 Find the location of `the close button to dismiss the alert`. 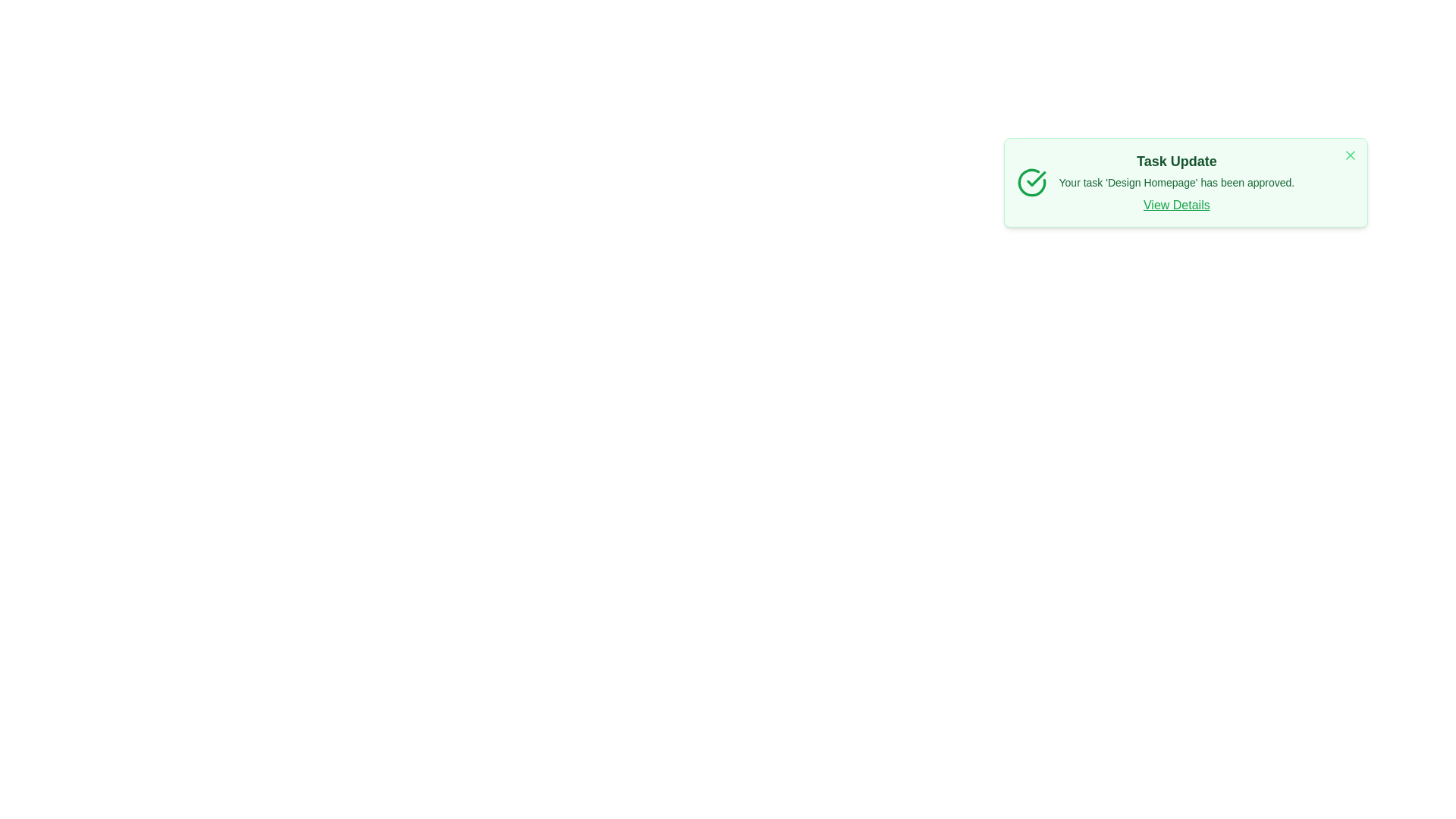

the close button to dismiss the alert is located at coordinates (1350, 155).